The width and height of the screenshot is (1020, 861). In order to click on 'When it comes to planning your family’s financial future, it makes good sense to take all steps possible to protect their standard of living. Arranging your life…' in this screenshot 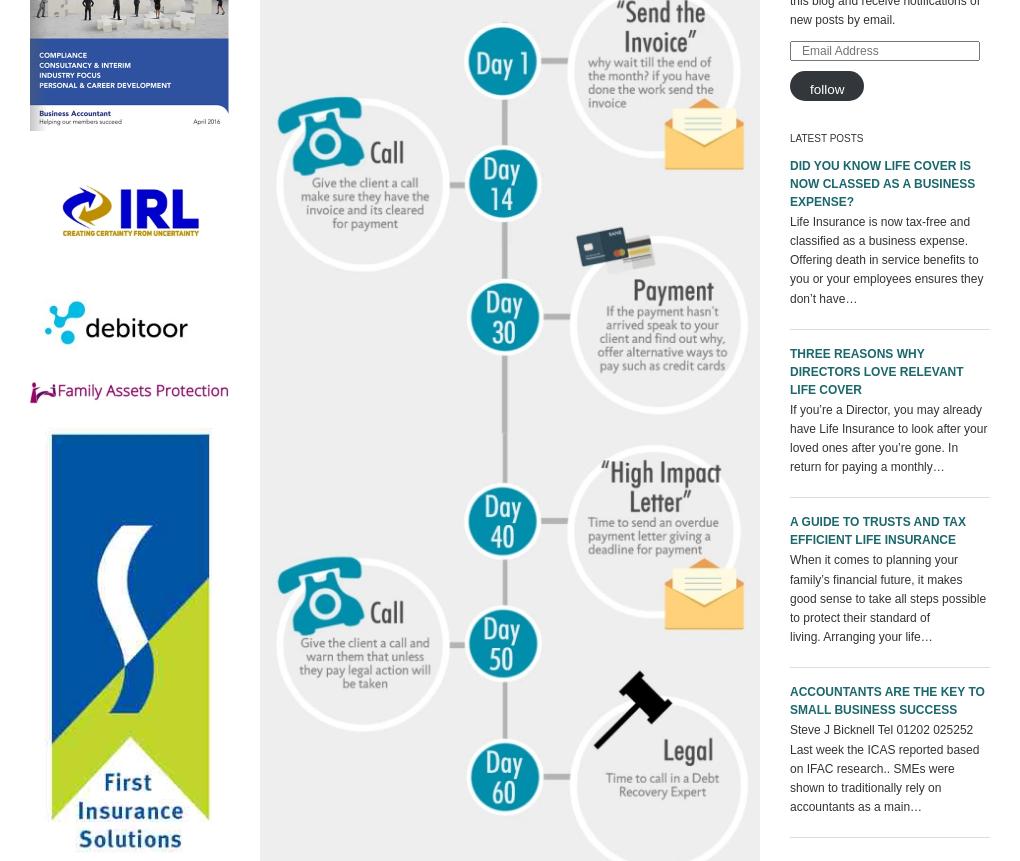, I will do `click(887, 597)`.